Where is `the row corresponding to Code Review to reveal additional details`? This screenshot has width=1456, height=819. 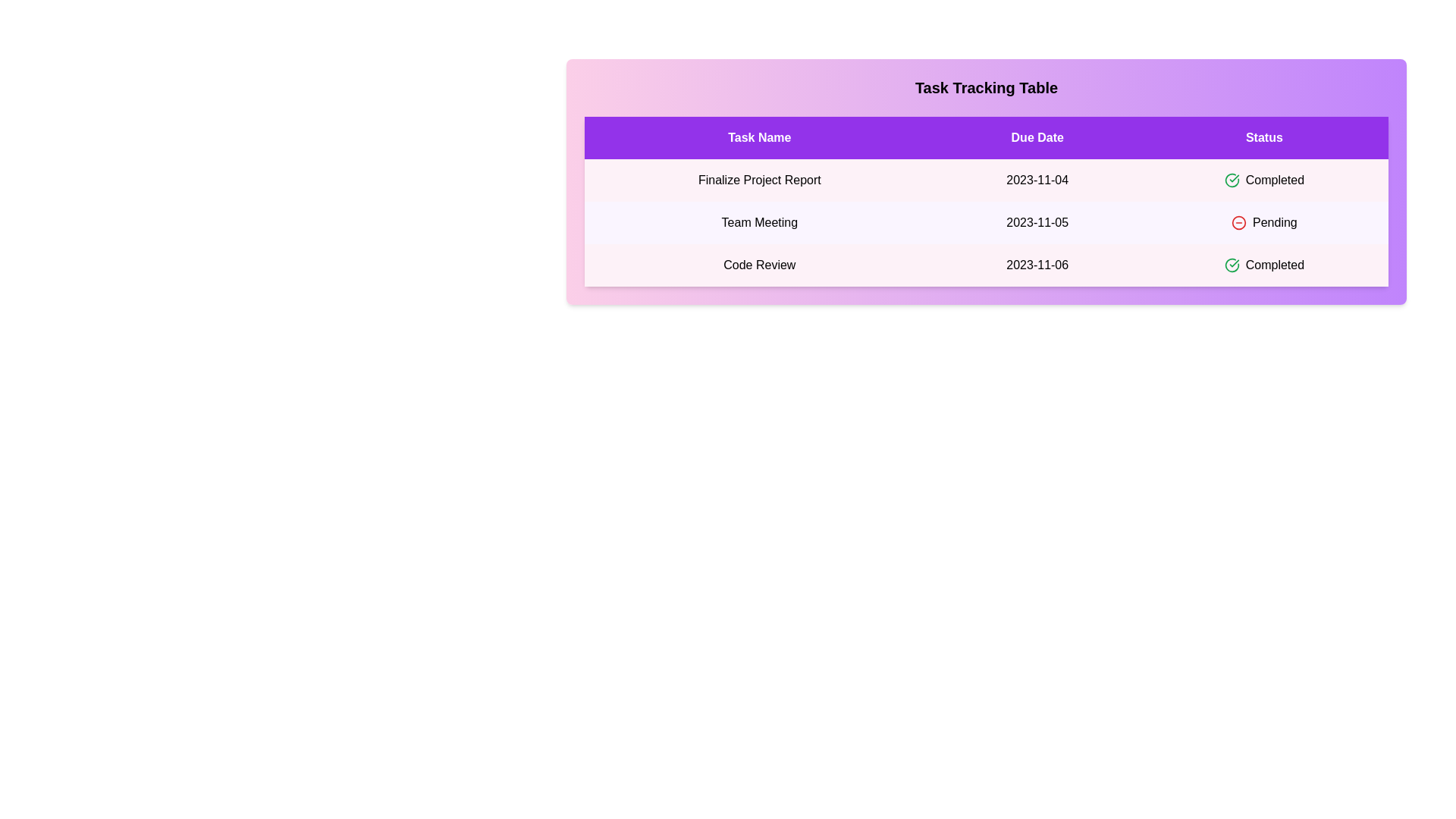 the row corresponding to Code Review to reveal additional details is located at coordinates (986, 265).